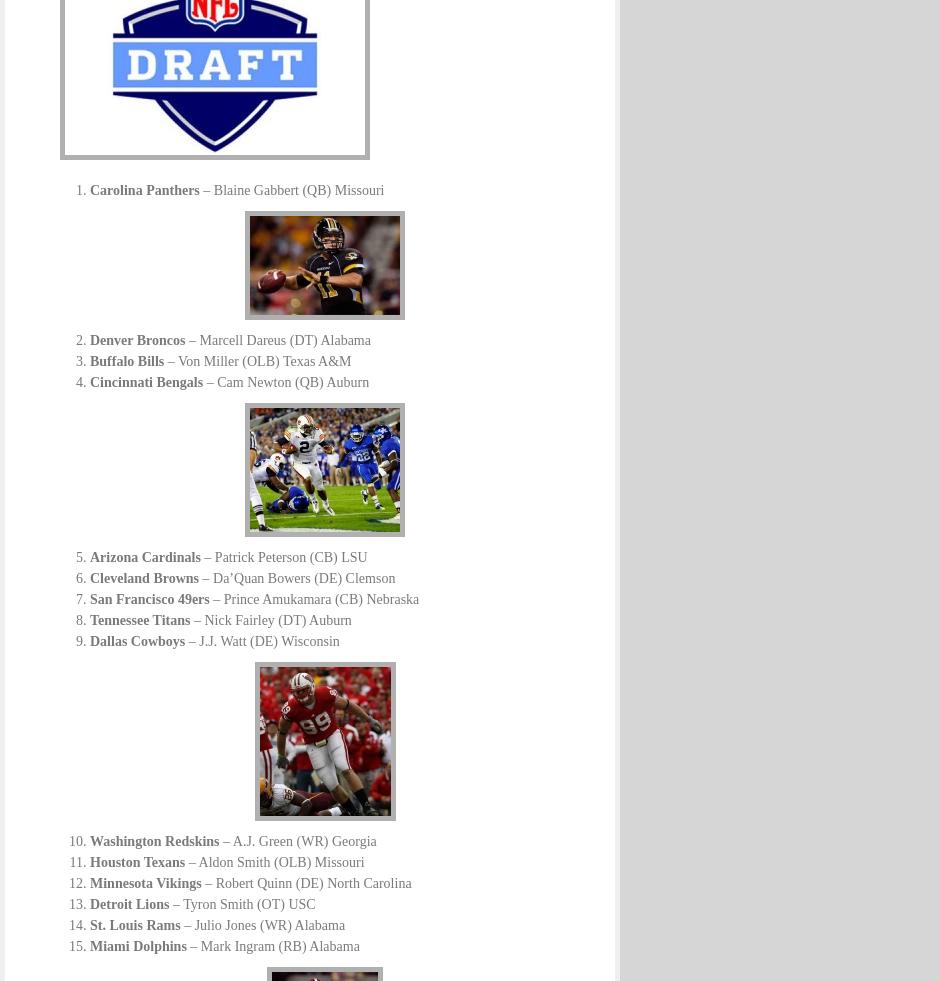  Describe the element at coordinates (143, 578) in the screenshot. I see `'Cleveland Browns'` at that location.